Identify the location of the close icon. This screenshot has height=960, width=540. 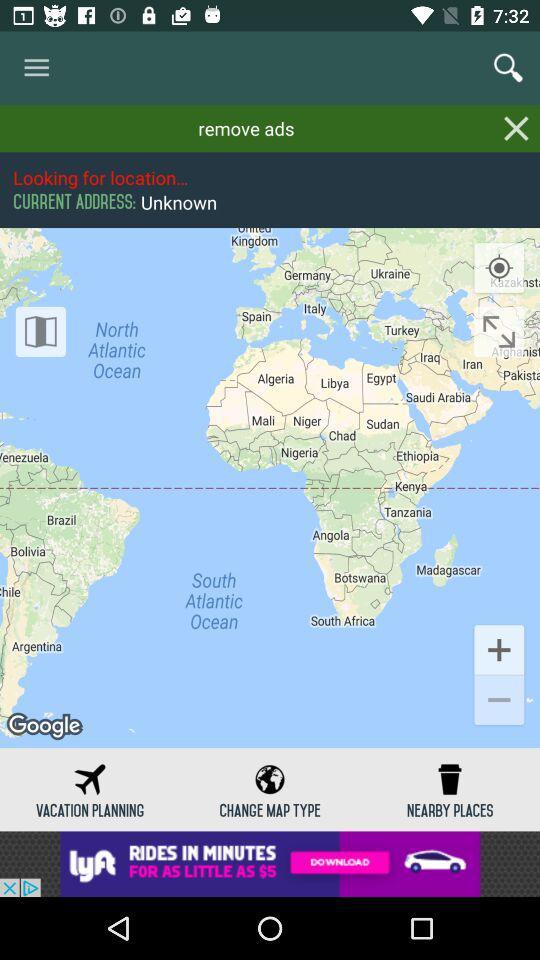
(516, 127).